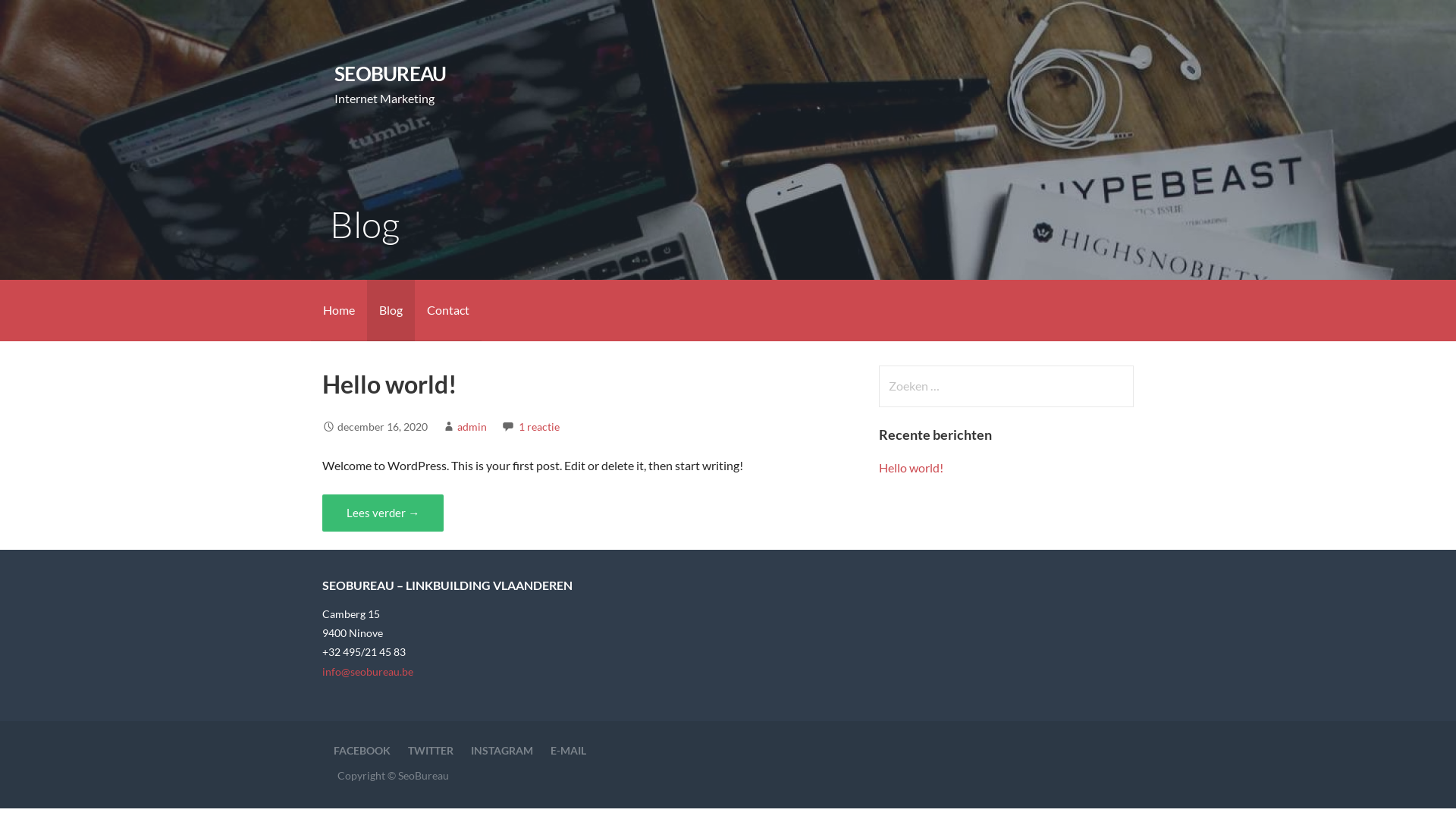  What do you see at coordinates (471, 426) in the screenshot?
I see `'admin'` at bounding box center [471, 426].